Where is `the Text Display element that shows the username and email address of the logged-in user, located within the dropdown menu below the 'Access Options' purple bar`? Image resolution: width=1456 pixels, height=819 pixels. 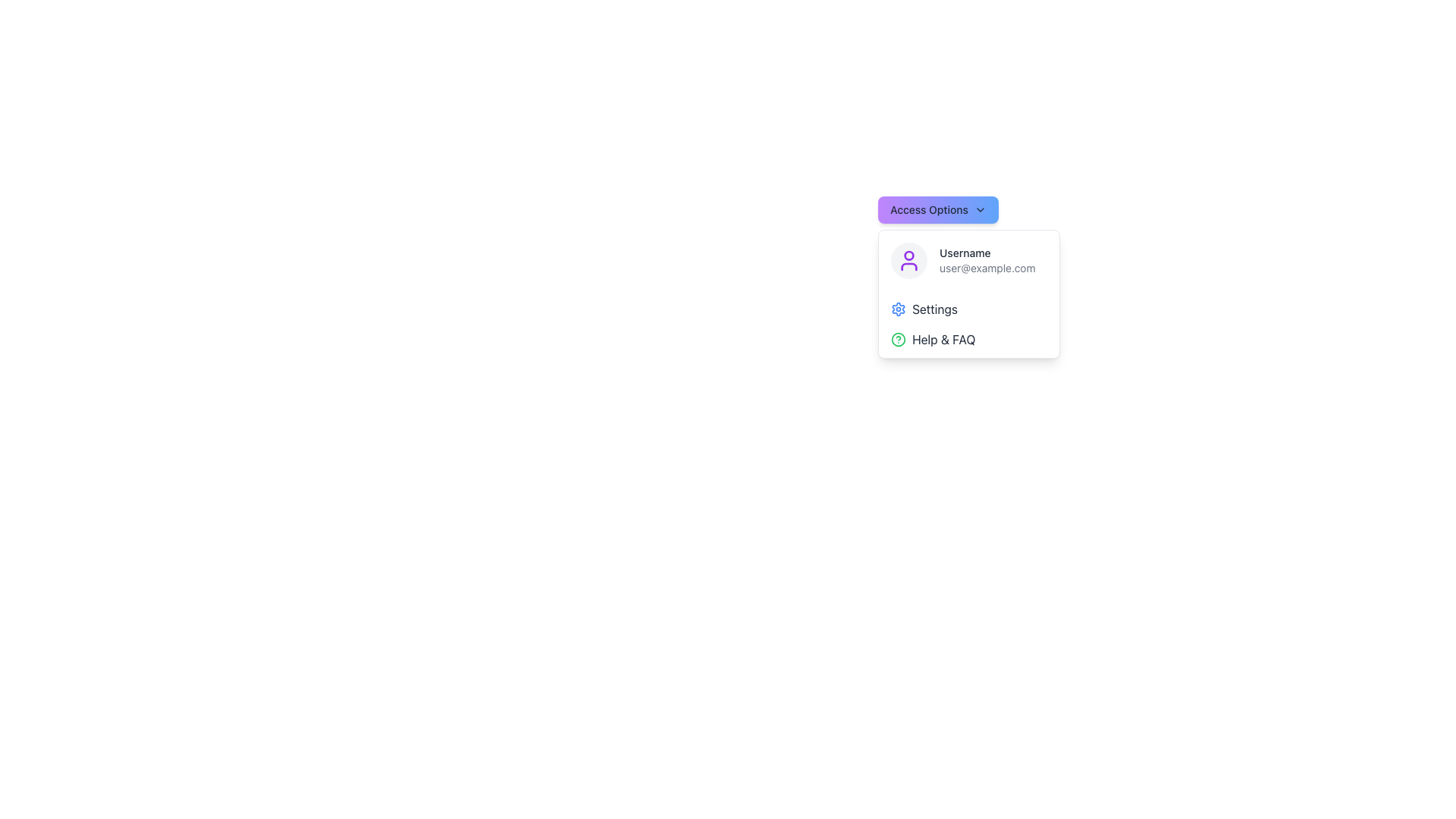 the Text Display element that shows the username and email address of the logged-in user, located within the dropdown menu below the 'Access Options' purple bar is located at coordinates (987, 259).